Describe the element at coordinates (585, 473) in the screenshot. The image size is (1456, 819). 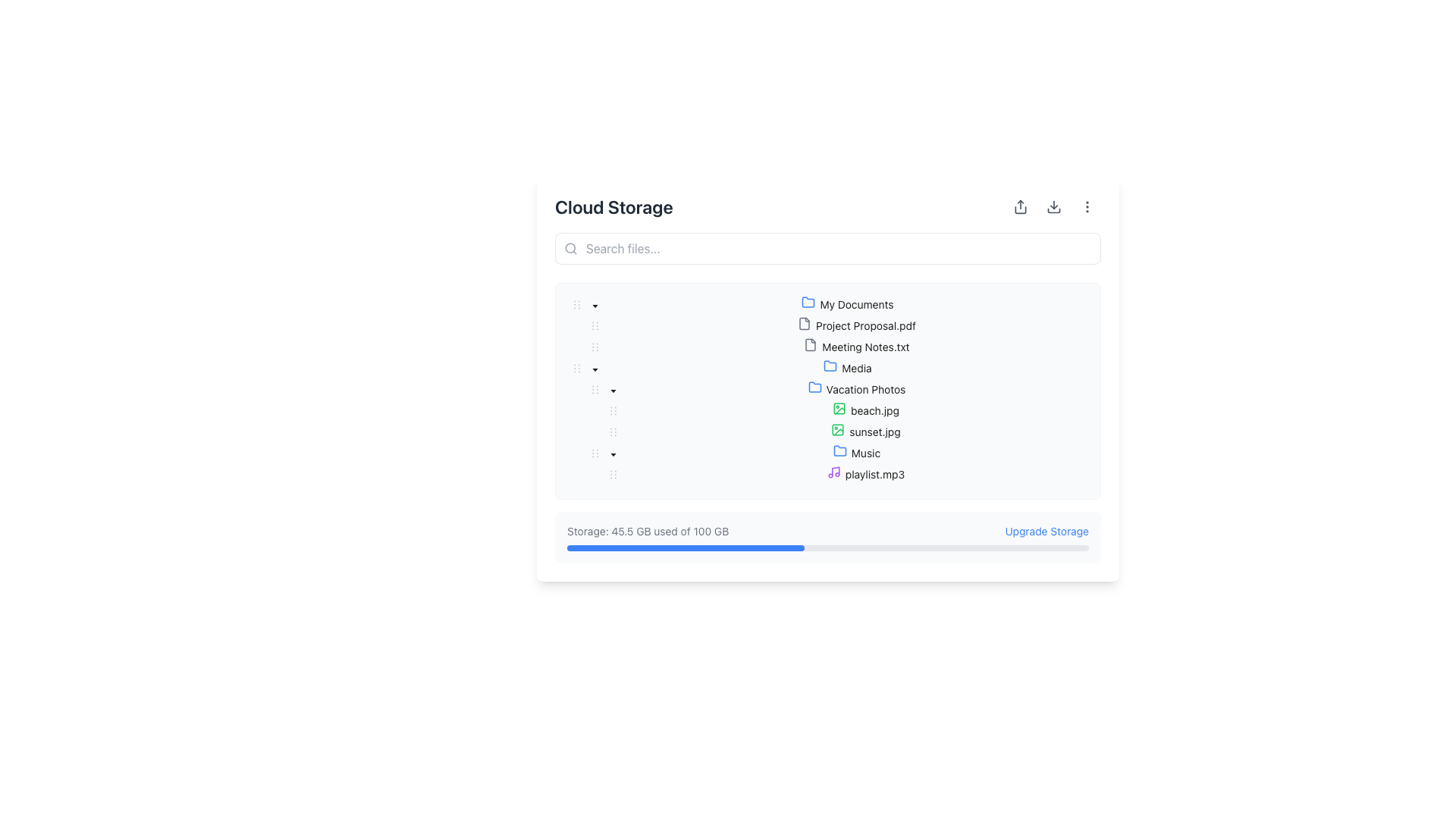
I see `the Indent marker, which visually indicates the nested level of the 'playlist.mp3' tree item in the Music folder, located at the leftmost position` at that location.